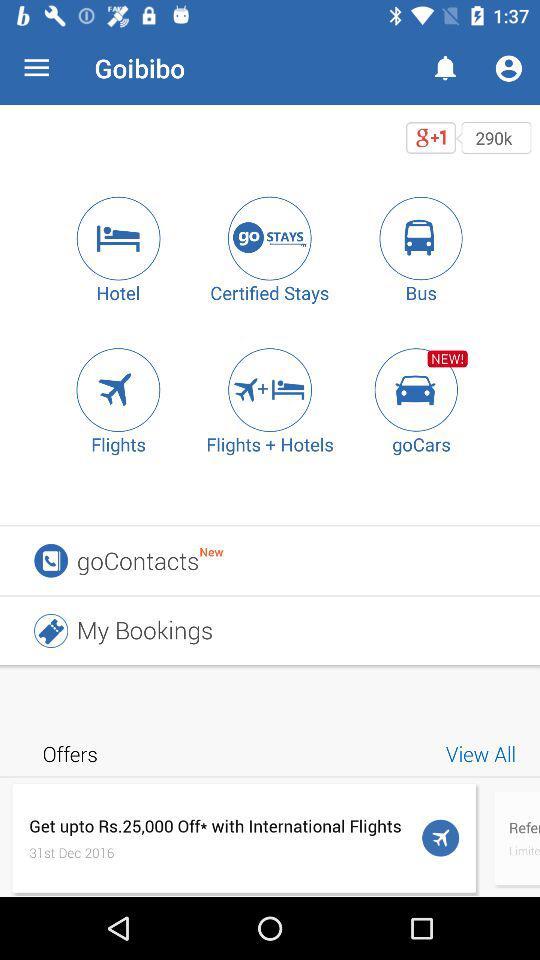 Image resolution: width=540 pixels, height=960 pixels. Describe the element at coordinates (420, 388) in the screenshot. I see `icon above the gocars icon` at that location.